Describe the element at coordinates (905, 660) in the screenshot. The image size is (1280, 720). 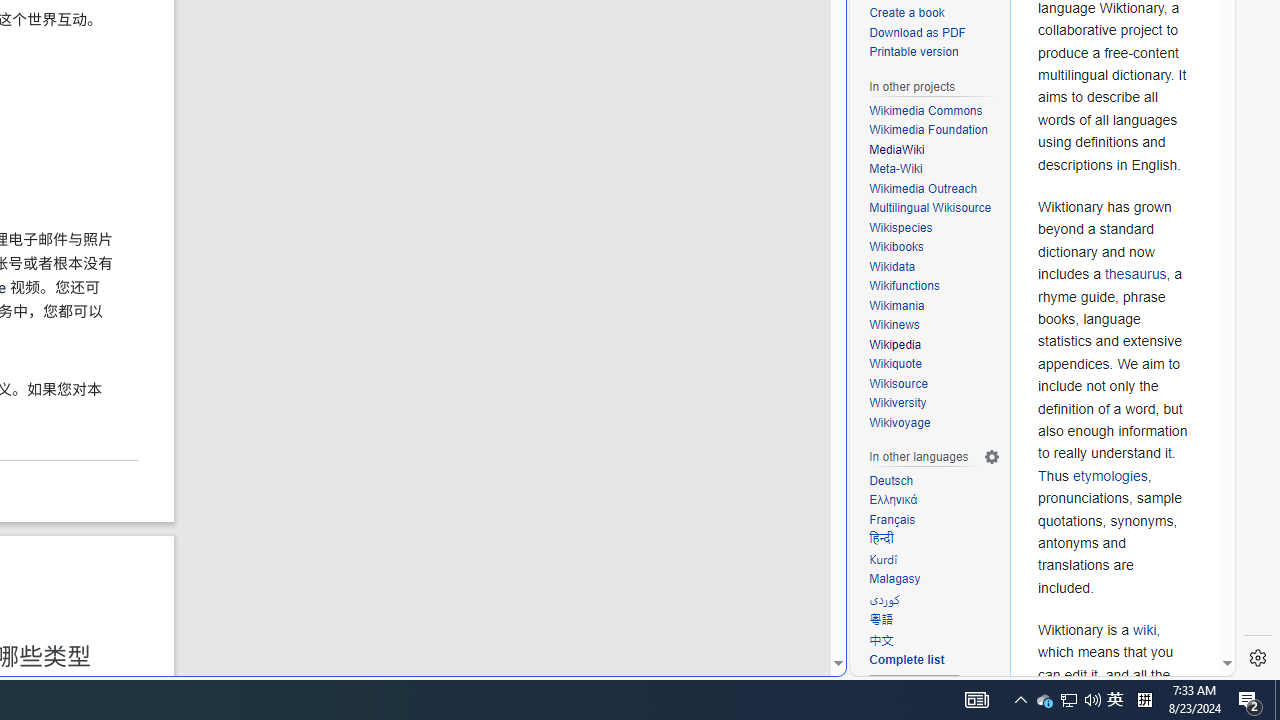
I see `'Complete list'` at that location.